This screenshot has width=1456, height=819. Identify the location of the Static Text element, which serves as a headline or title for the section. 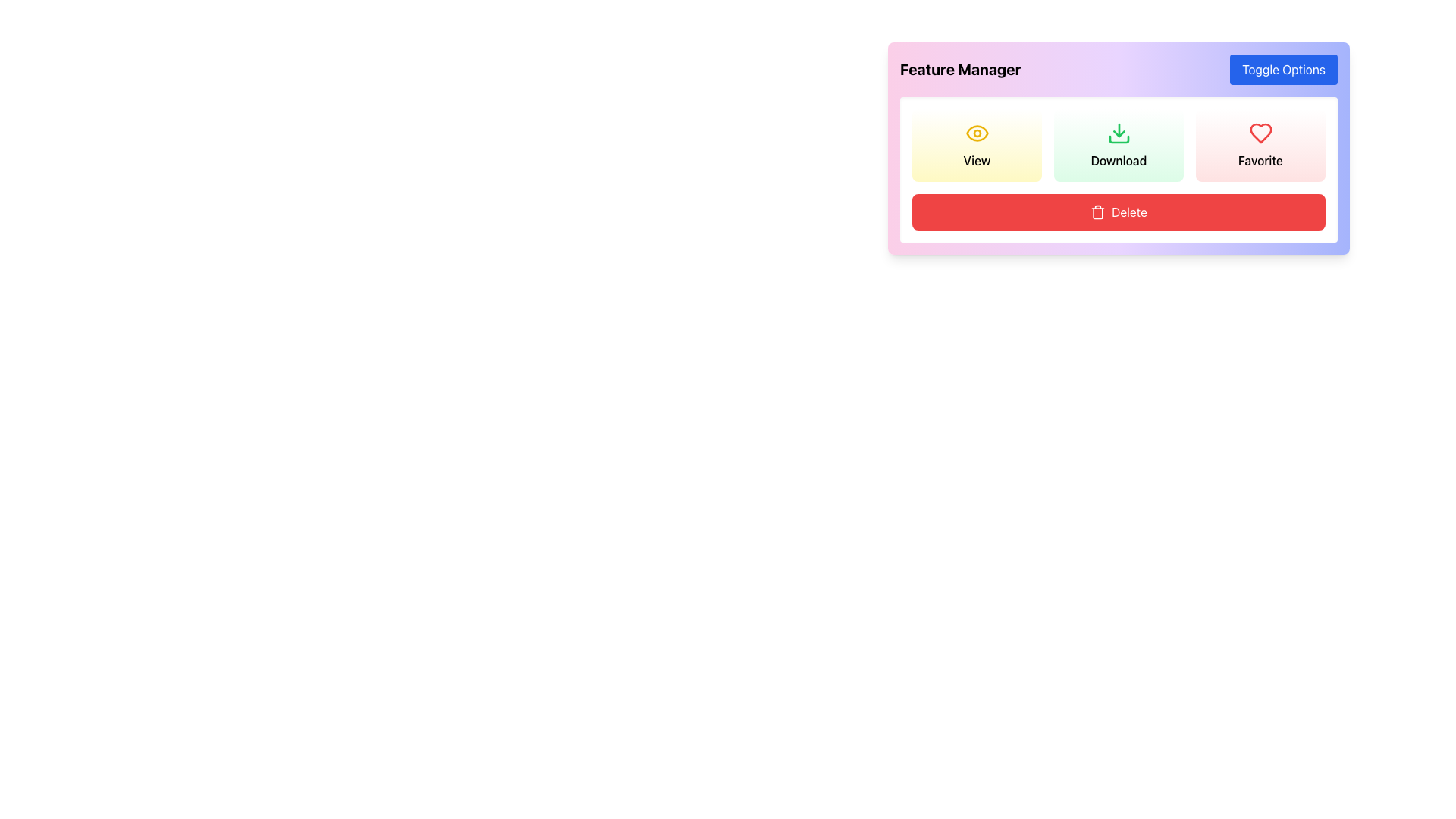
(959, 70).